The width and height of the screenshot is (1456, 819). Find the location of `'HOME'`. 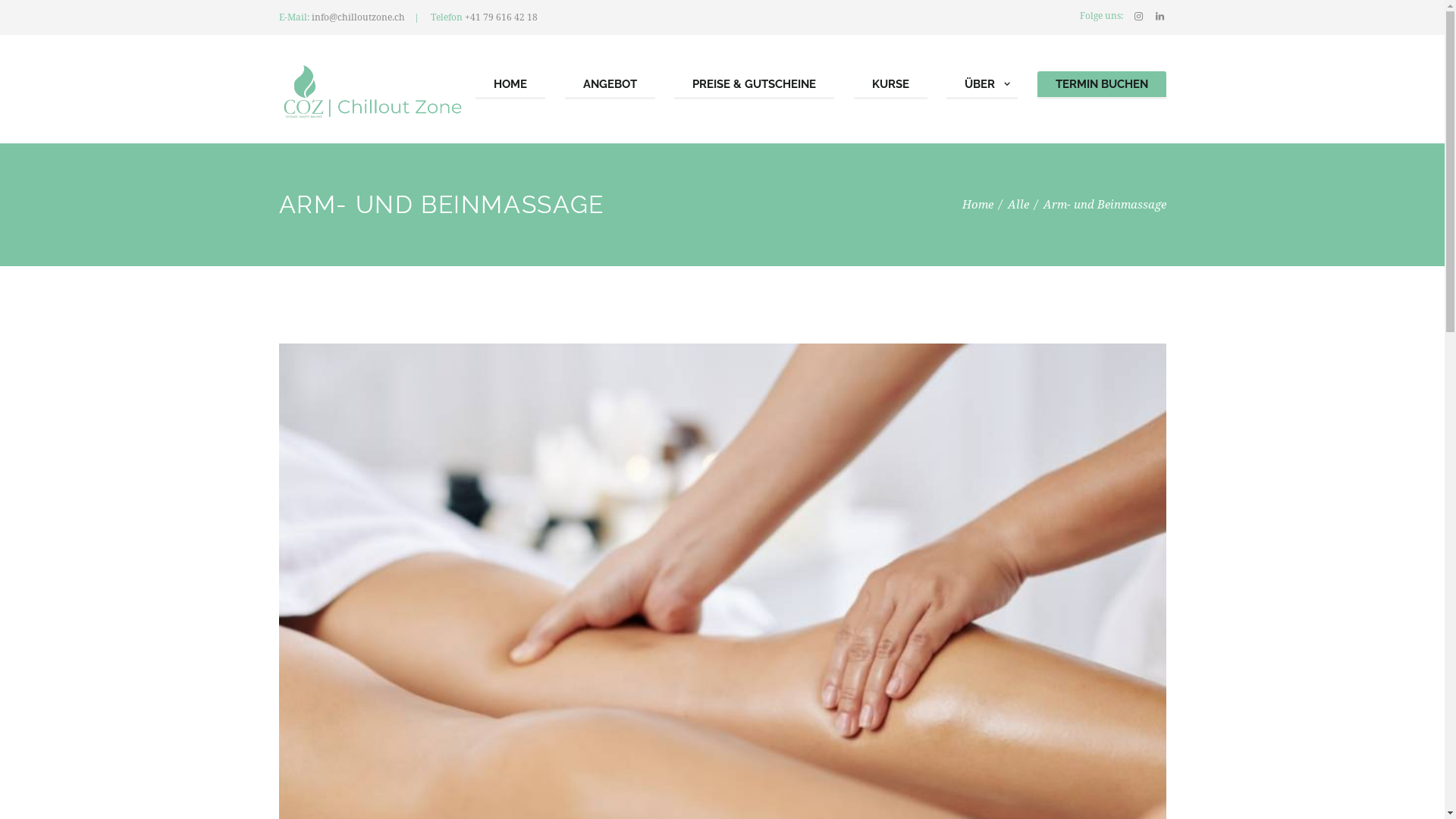

'HOME' is located at coordinates (510, 85).